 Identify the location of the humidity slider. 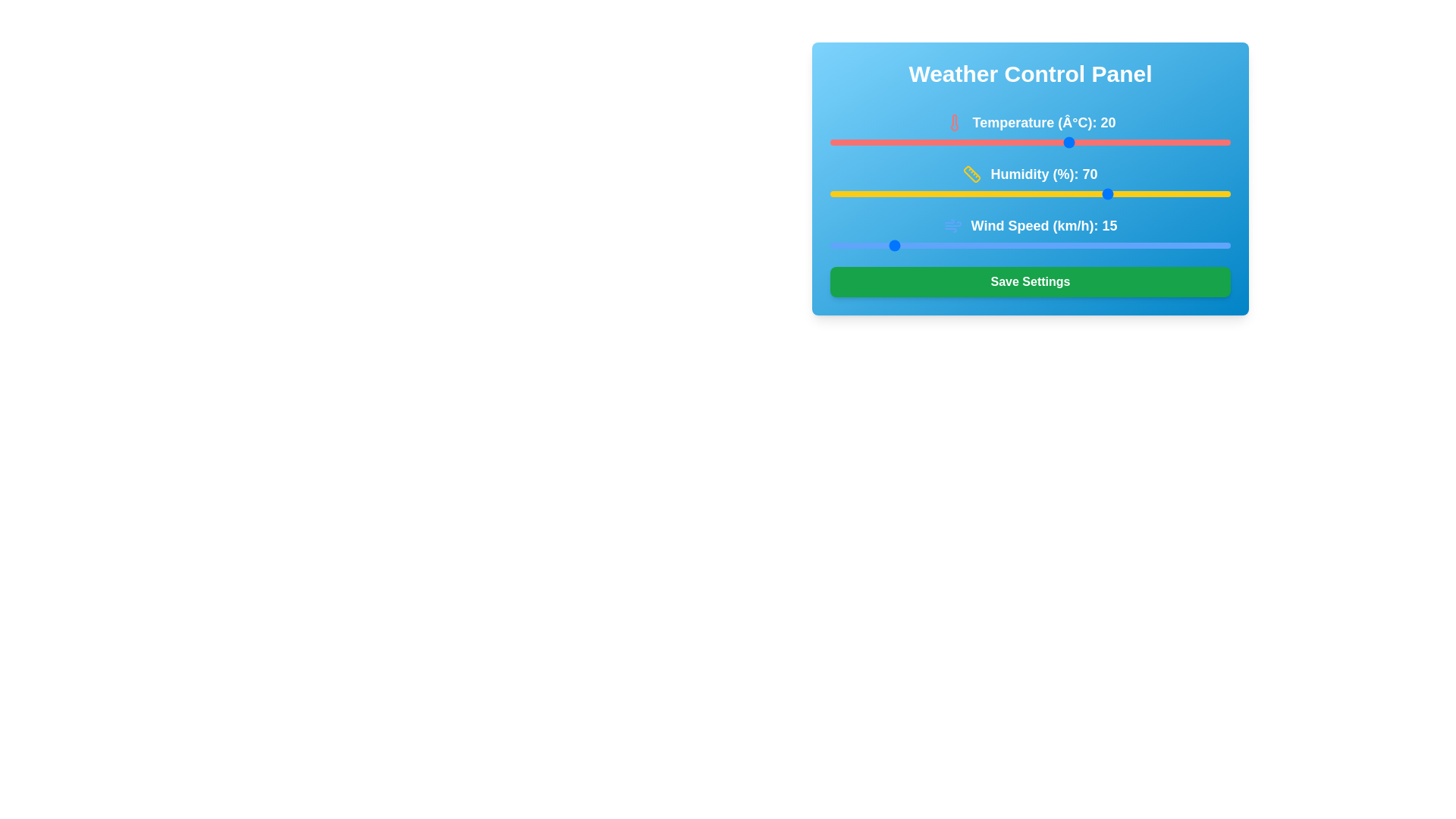
(1006, 193).